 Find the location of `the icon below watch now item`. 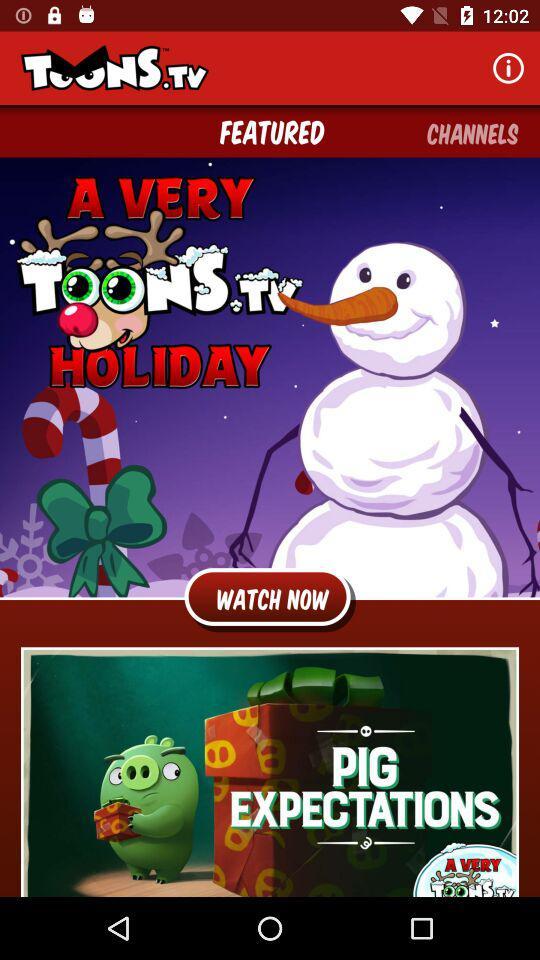

the icon below watch now item is located at coordinates (270, 771).